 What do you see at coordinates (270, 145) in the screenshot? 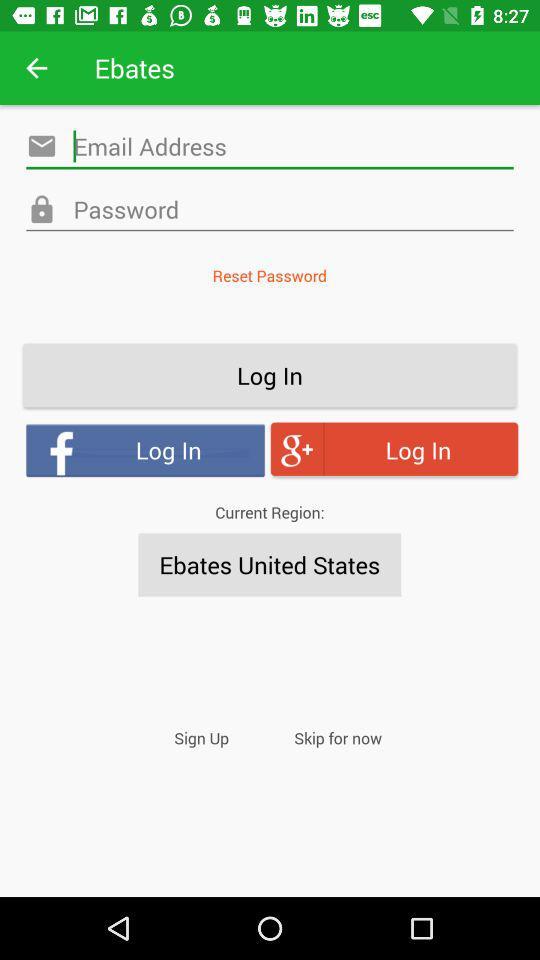
I see `email address` at bounding box center [270, 145].